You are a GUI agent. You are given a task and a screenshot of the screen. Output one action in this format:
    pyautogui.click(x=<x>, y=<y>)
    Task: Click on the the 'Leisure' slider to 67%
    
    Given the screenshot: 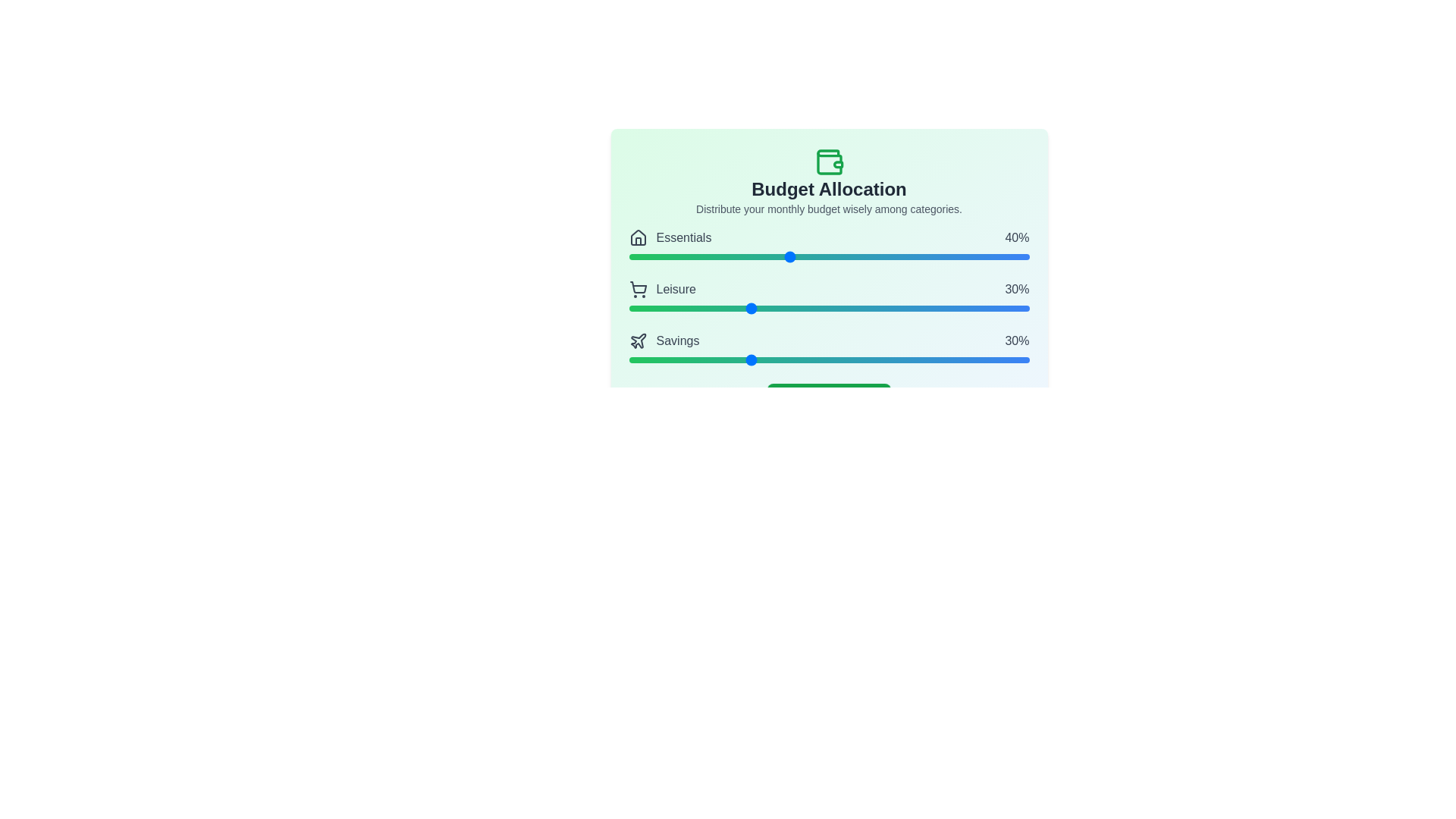 What is the action you would take?
    pyautogui.click(x=897, y=308)
    